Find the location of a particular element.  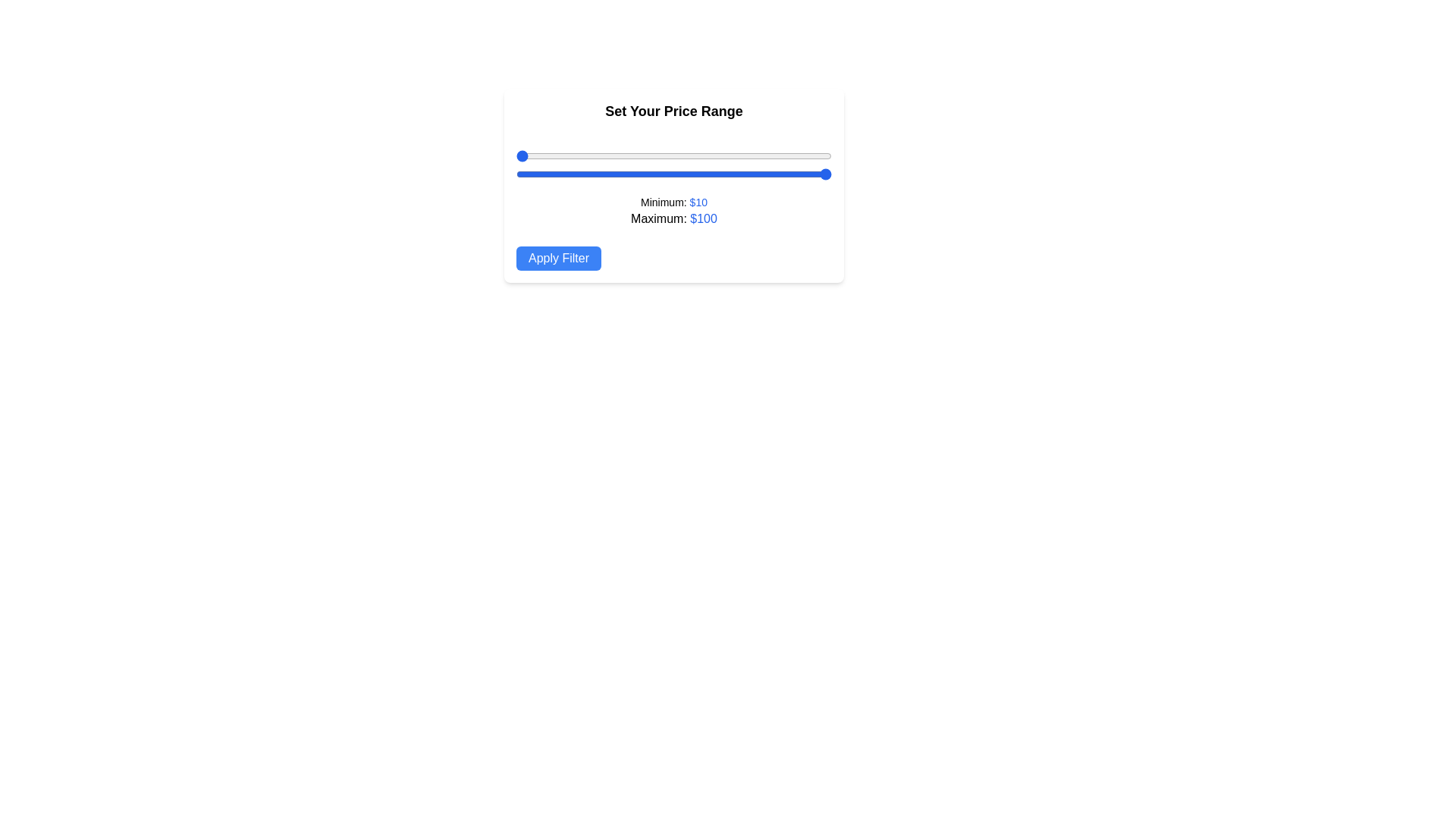

the slider position is located at coordinates (516, 155).